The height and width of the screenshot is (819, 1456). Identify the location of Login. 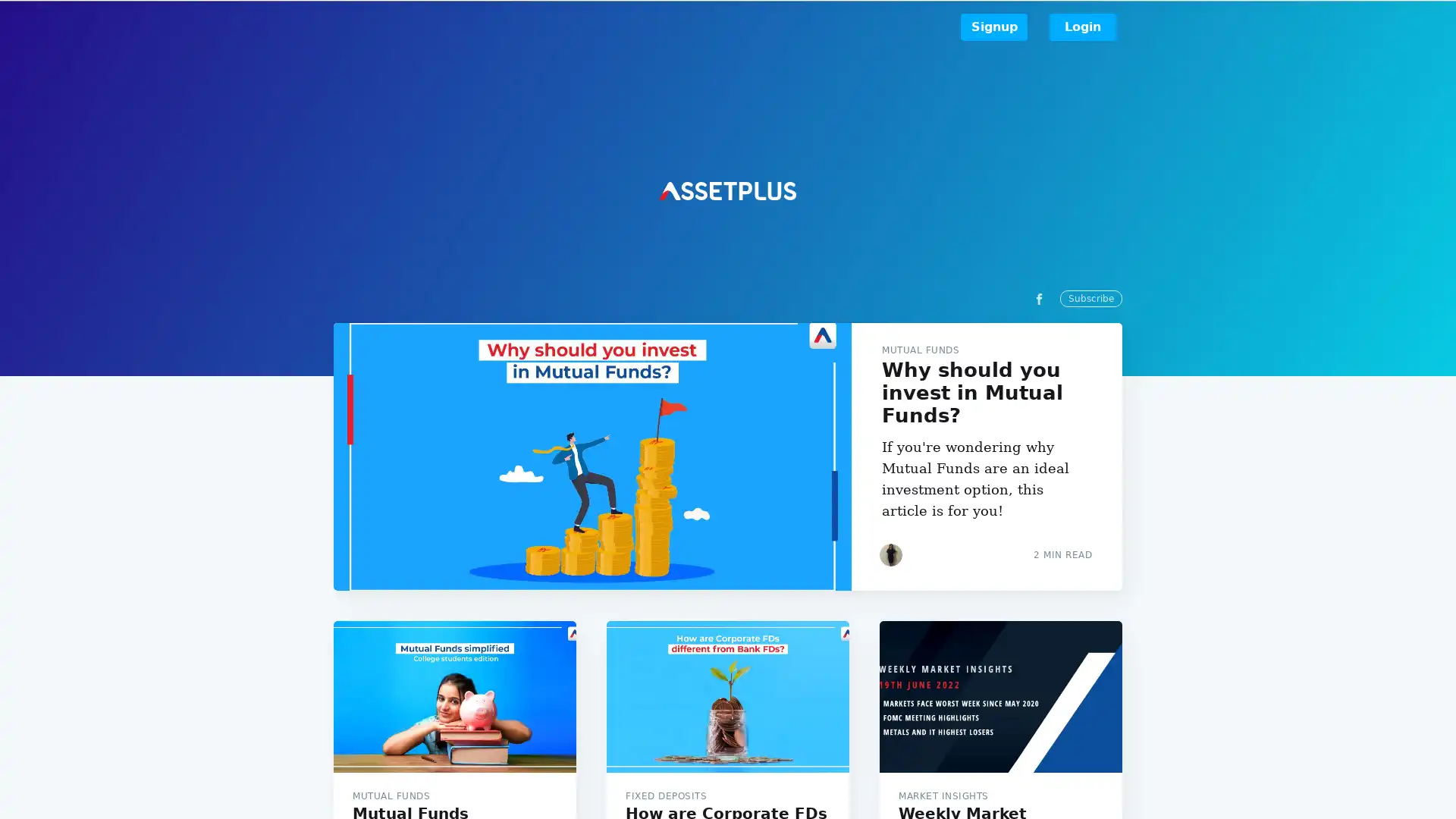
(1082, 27).